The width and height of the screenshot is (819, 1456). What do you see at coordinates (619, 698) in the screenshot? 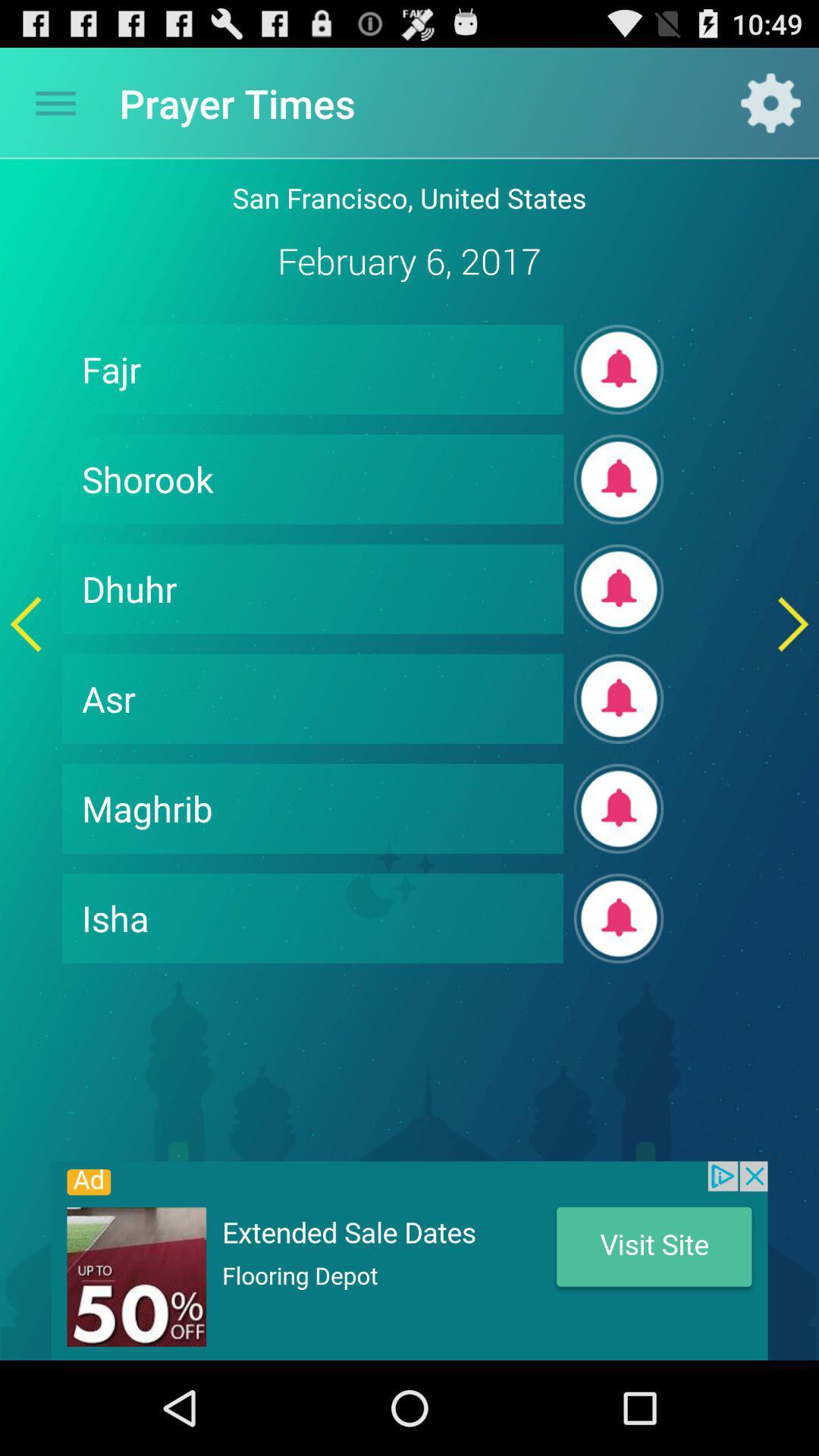
I see `alarm` at bounding box center [619, 698].